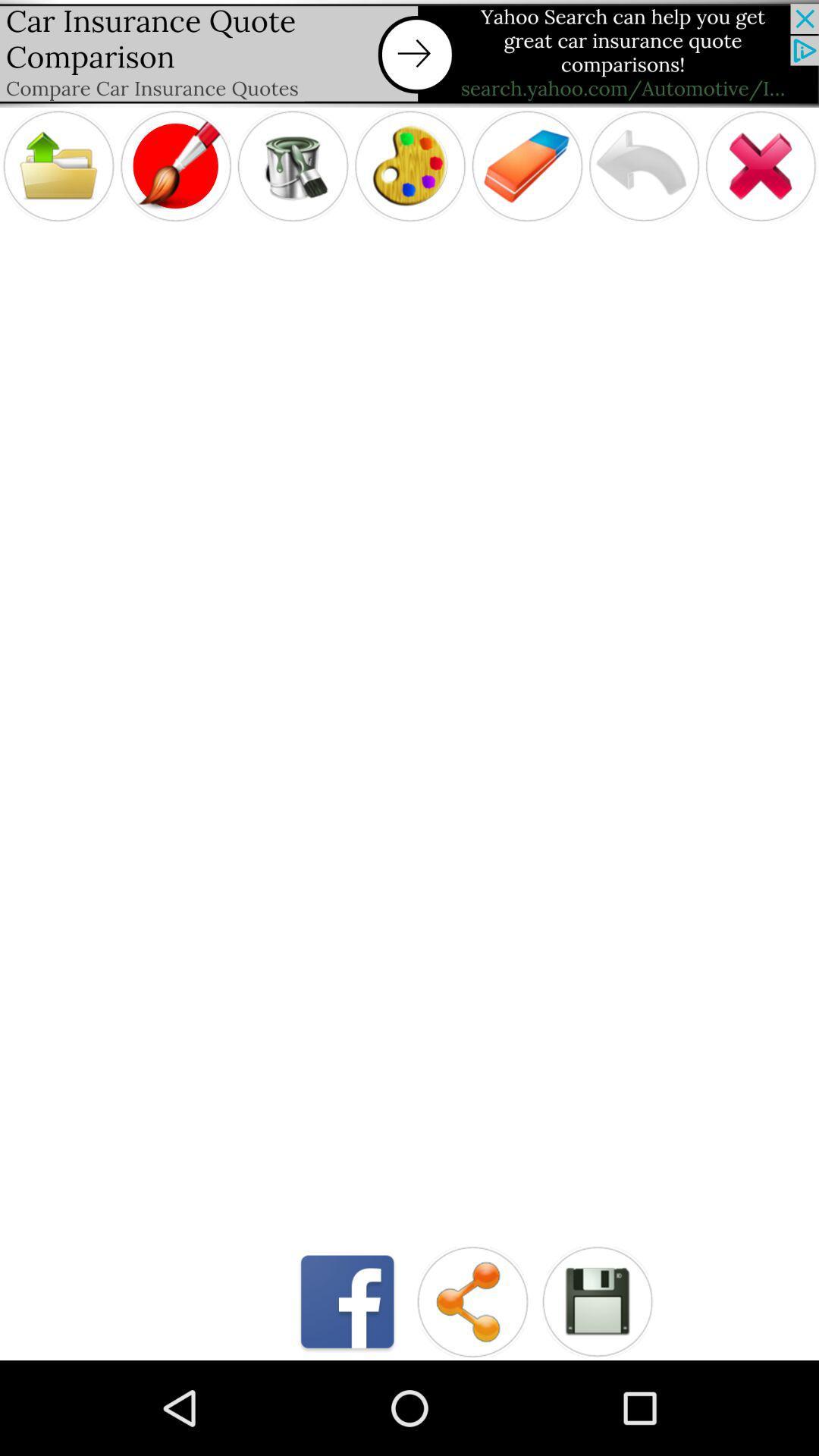 The image size is (819, 1456). Describe the element at coordinates (347, 1393) in the screenshot. I see `the facebook icon` at that location.